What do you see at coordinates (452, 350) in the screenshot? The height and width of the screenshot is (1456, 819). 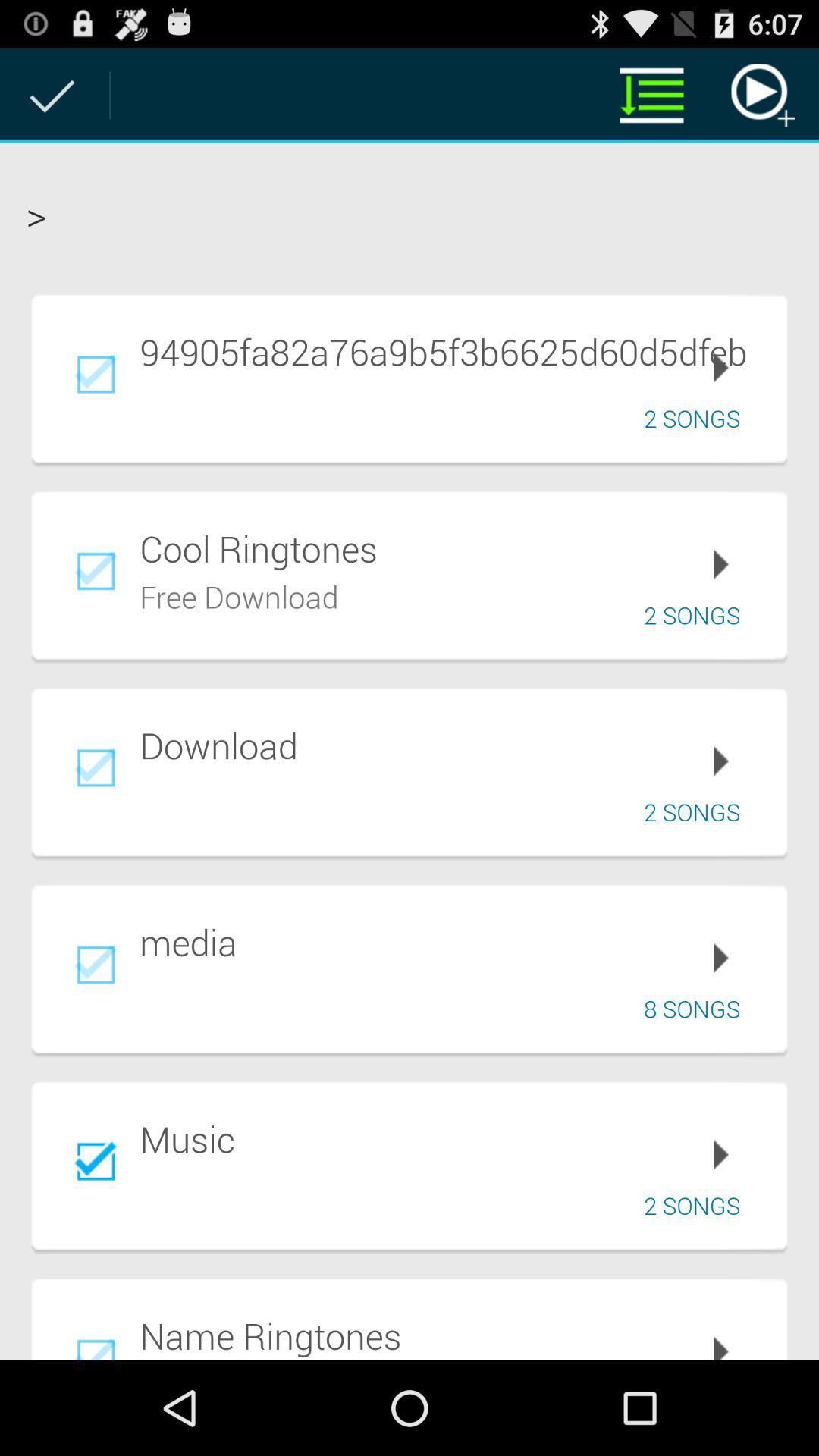 I see `94905fa82a76a9b5f3b6625d60d5dfeb app` at bounding box center [452, 350].